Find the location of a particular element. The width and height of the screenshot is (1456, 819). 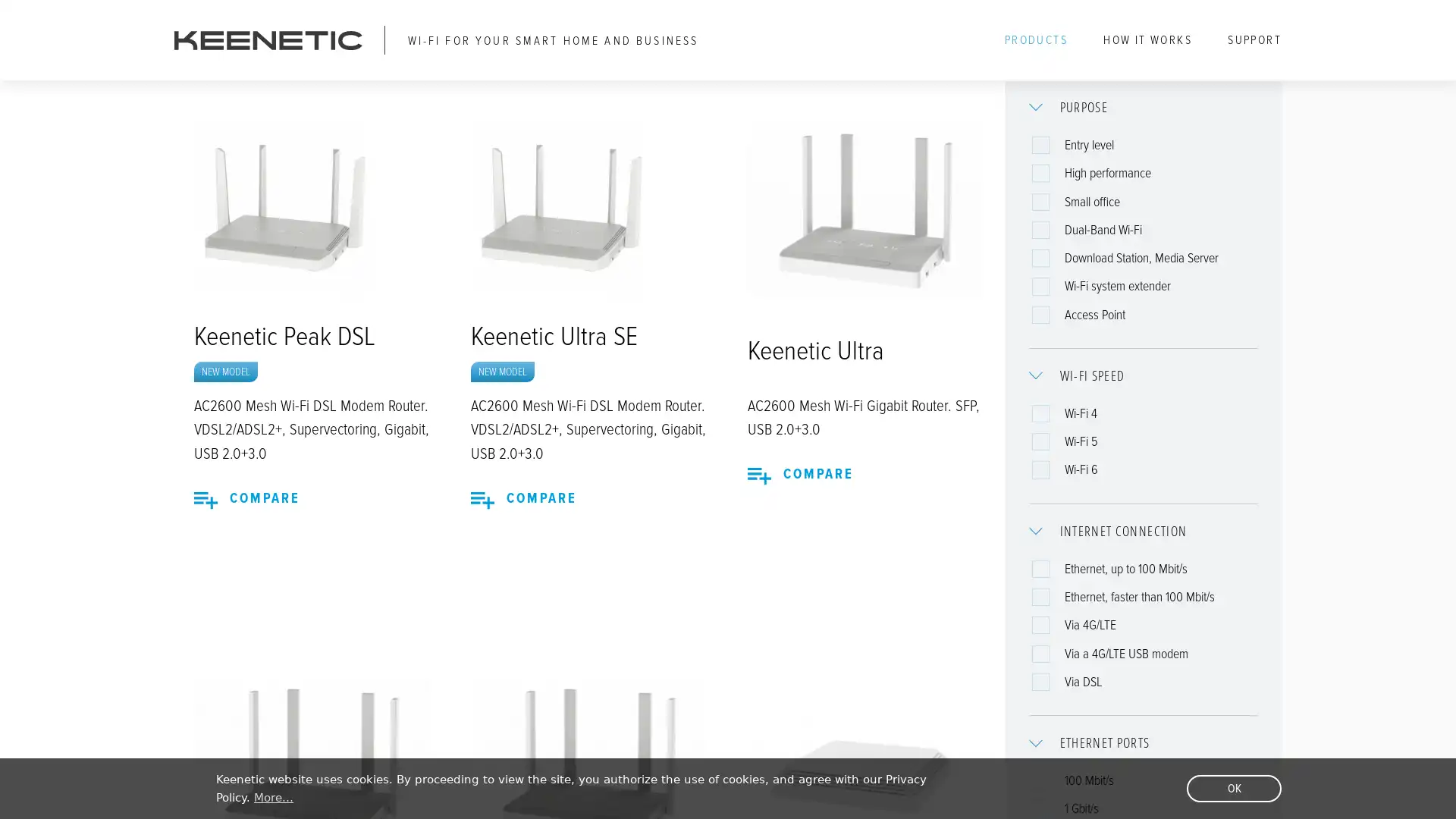

learn more about cookies is located at coordinates (273, 797).